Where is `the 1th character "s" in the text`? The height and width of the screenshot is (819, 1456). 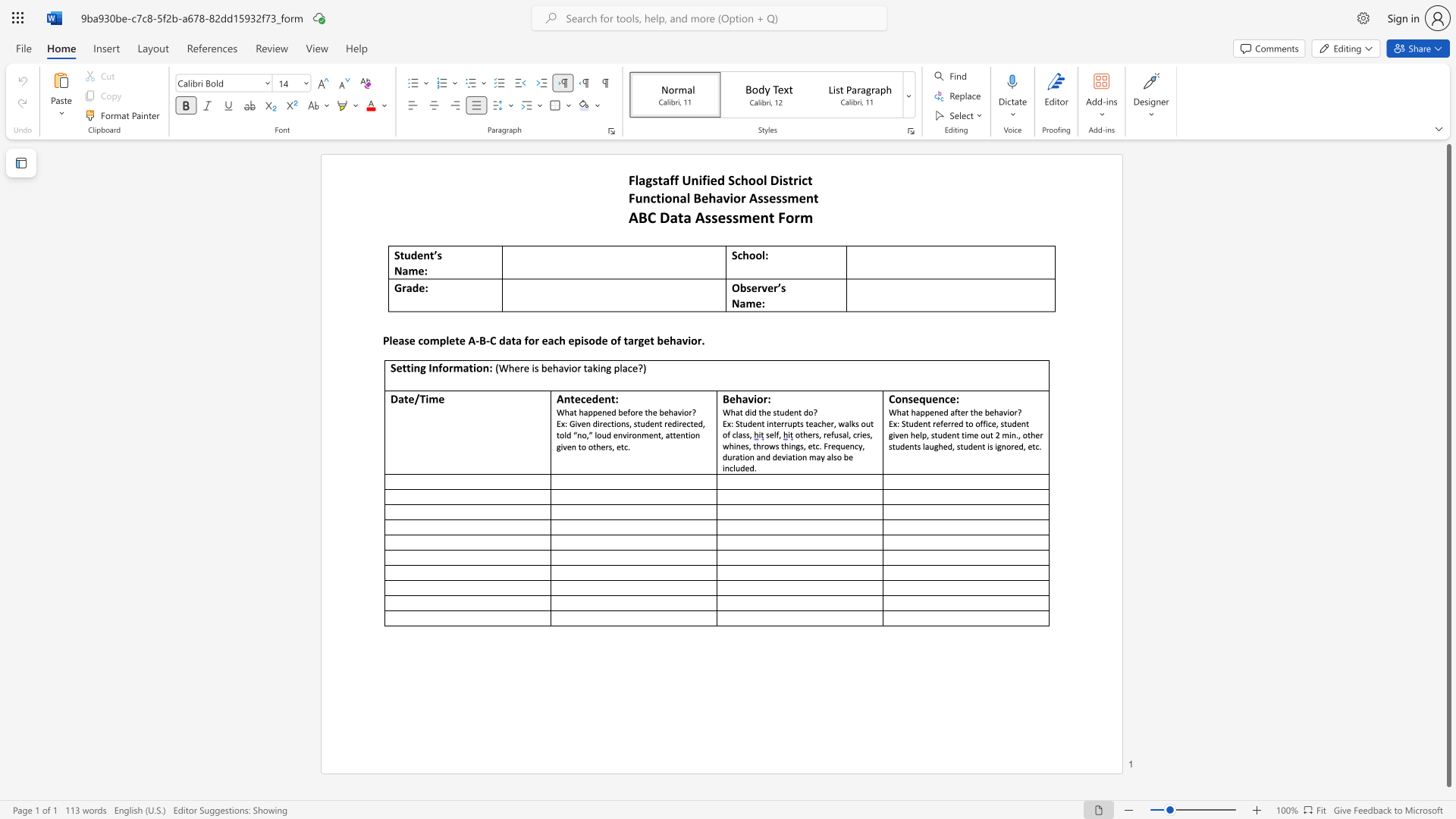
the 1th character "s" in the text is located at coordinates (707, 217).